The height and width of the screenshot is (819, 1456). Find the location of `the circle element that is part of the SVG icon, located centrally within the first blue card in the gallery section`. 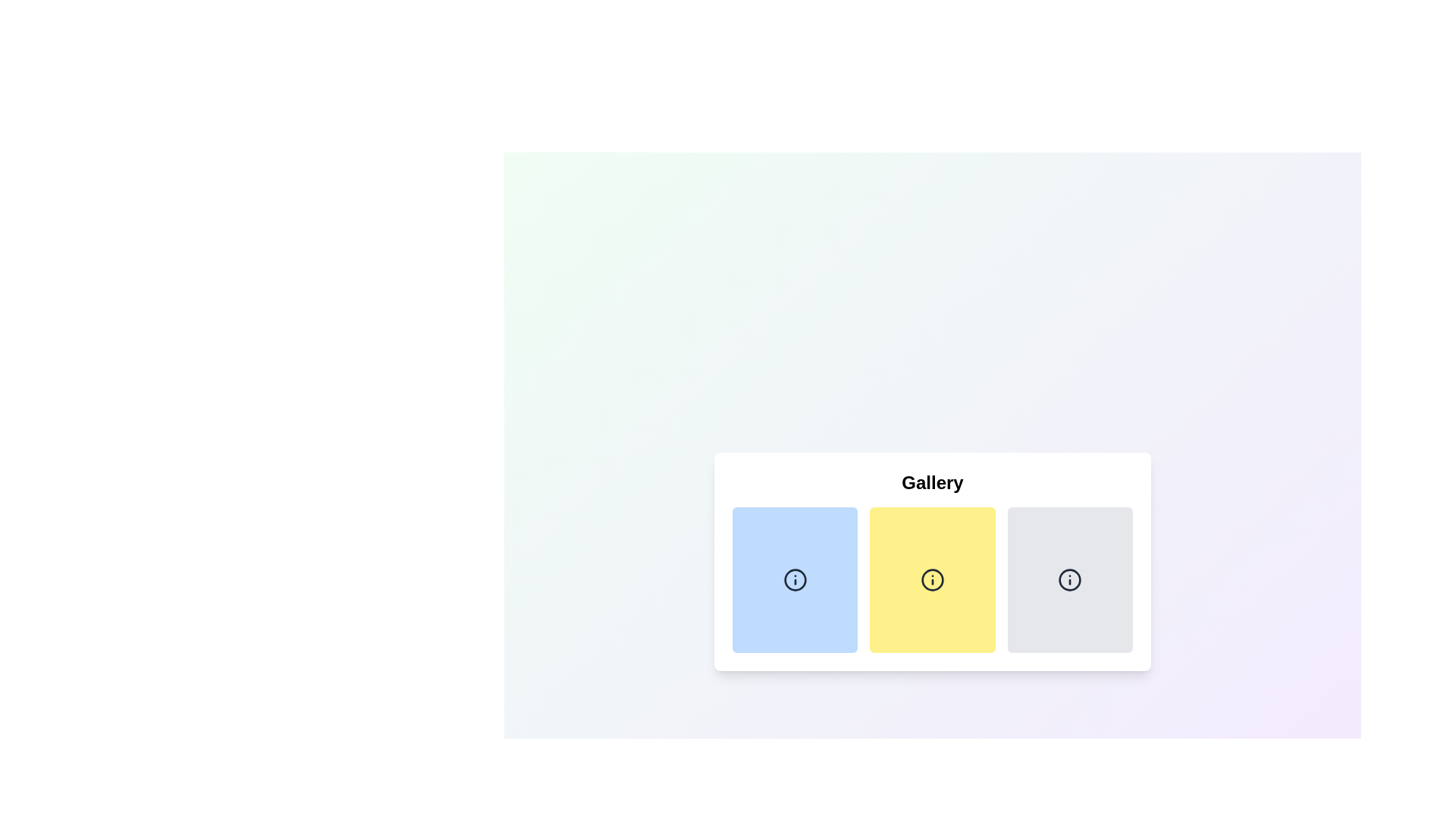

the circle element that is part of the SVG icon, located centrally within the first blue card in the gallery section is located at coordinates (794, 579).